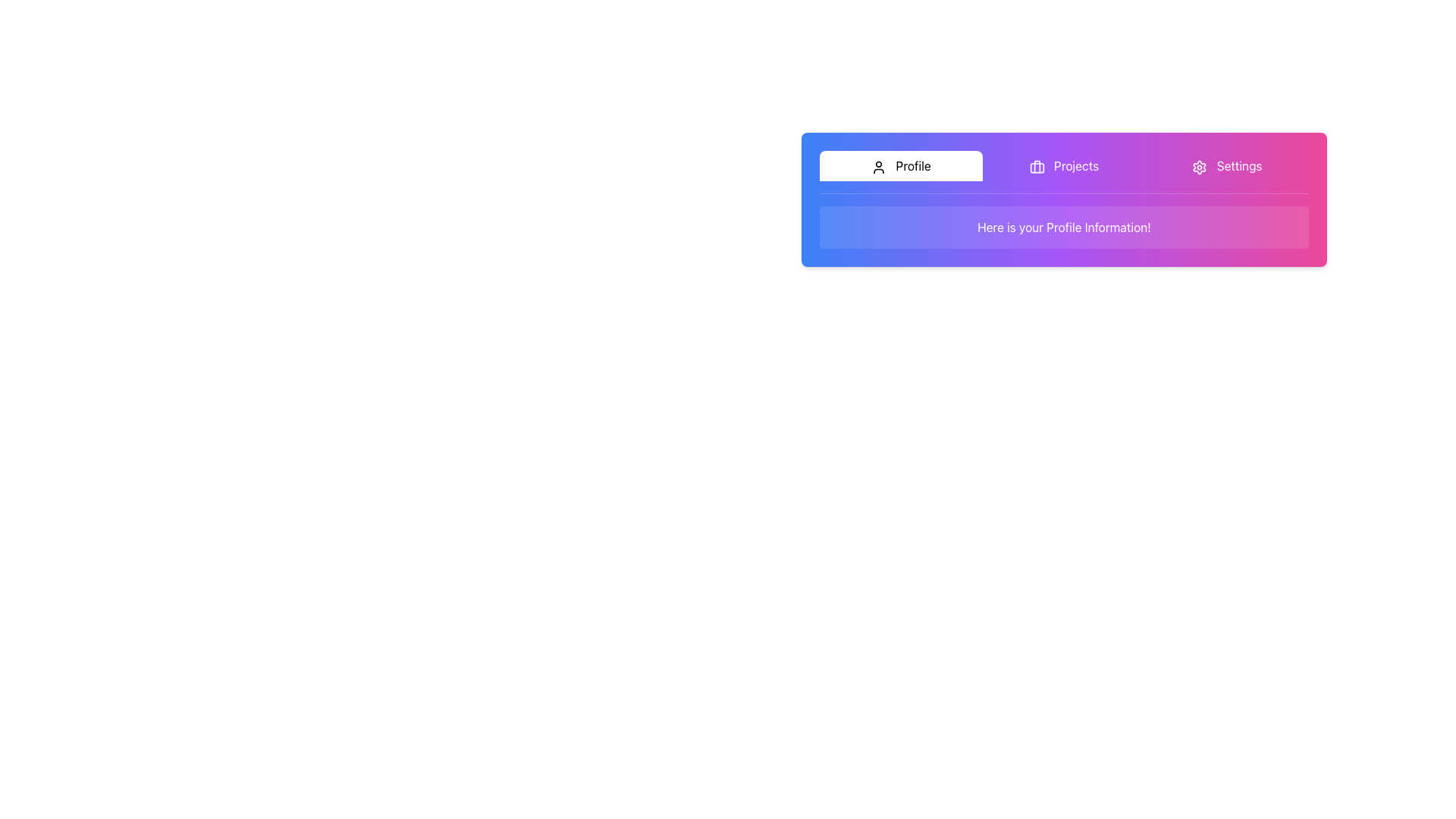 The height and width of the screenshot is (819, 1456). Describe the element at coordinates (901, 166) in the screenshot. I see `the 'Profile' button, which is a rectangular button with a user silhouette icon and black text on a white background, located at the top section of the interface in a horizontal menu bar` at that location.